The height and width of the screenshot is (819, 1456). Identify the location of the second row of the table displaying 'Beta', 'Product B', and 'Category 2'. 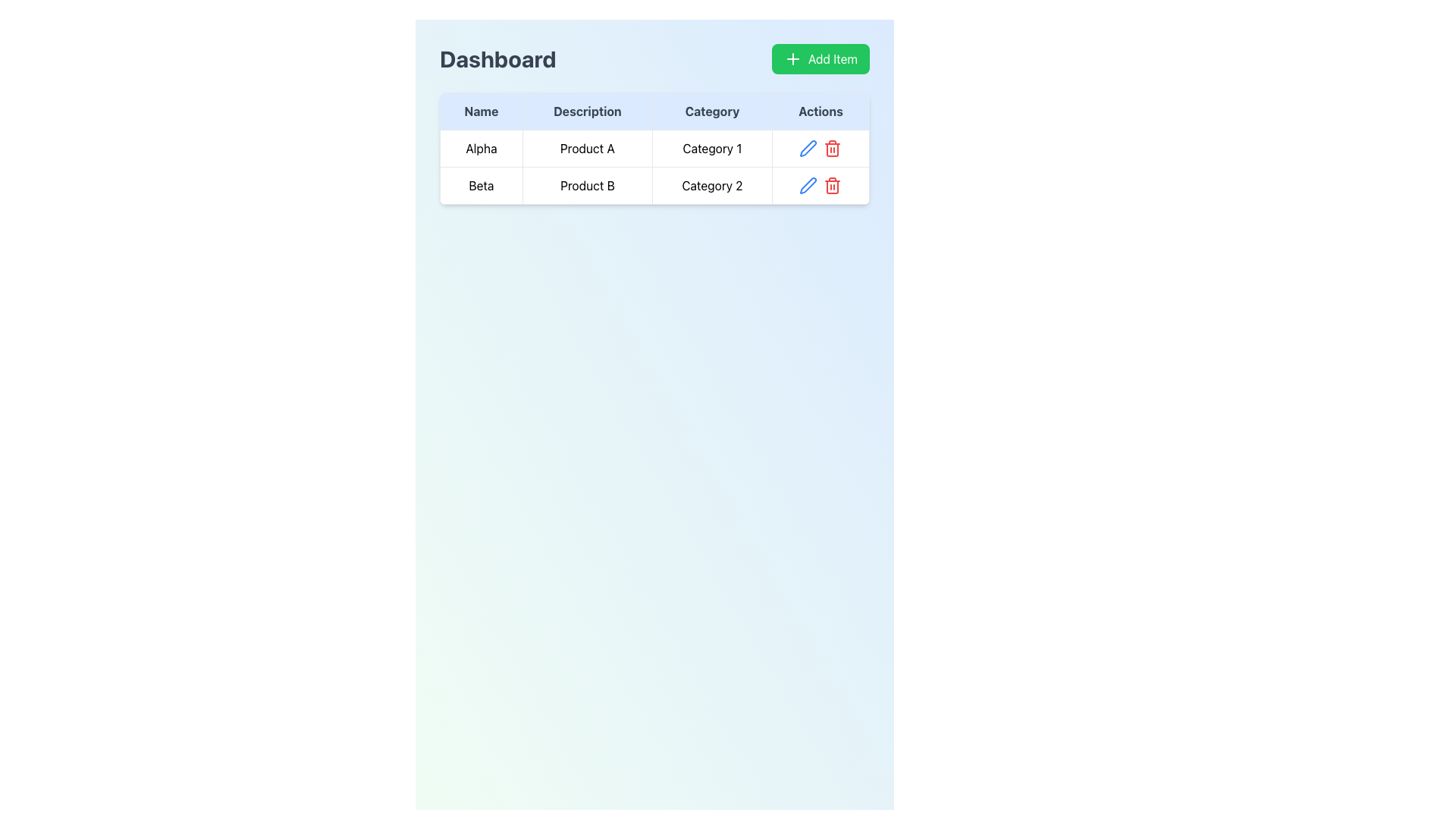
(654, 185).